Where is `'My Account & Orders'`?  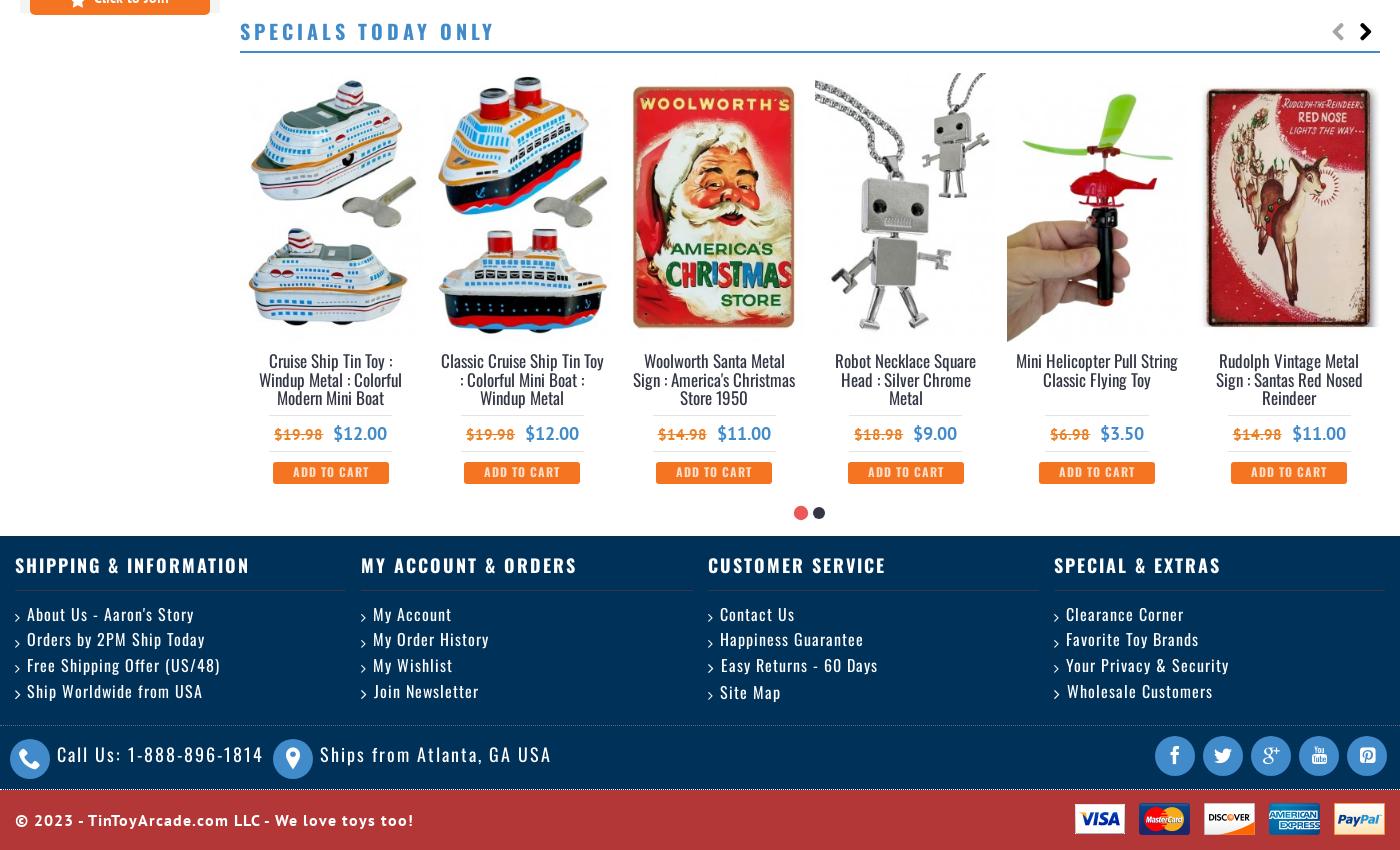
'My Account & Orders' is located at coordinates (361, 563).